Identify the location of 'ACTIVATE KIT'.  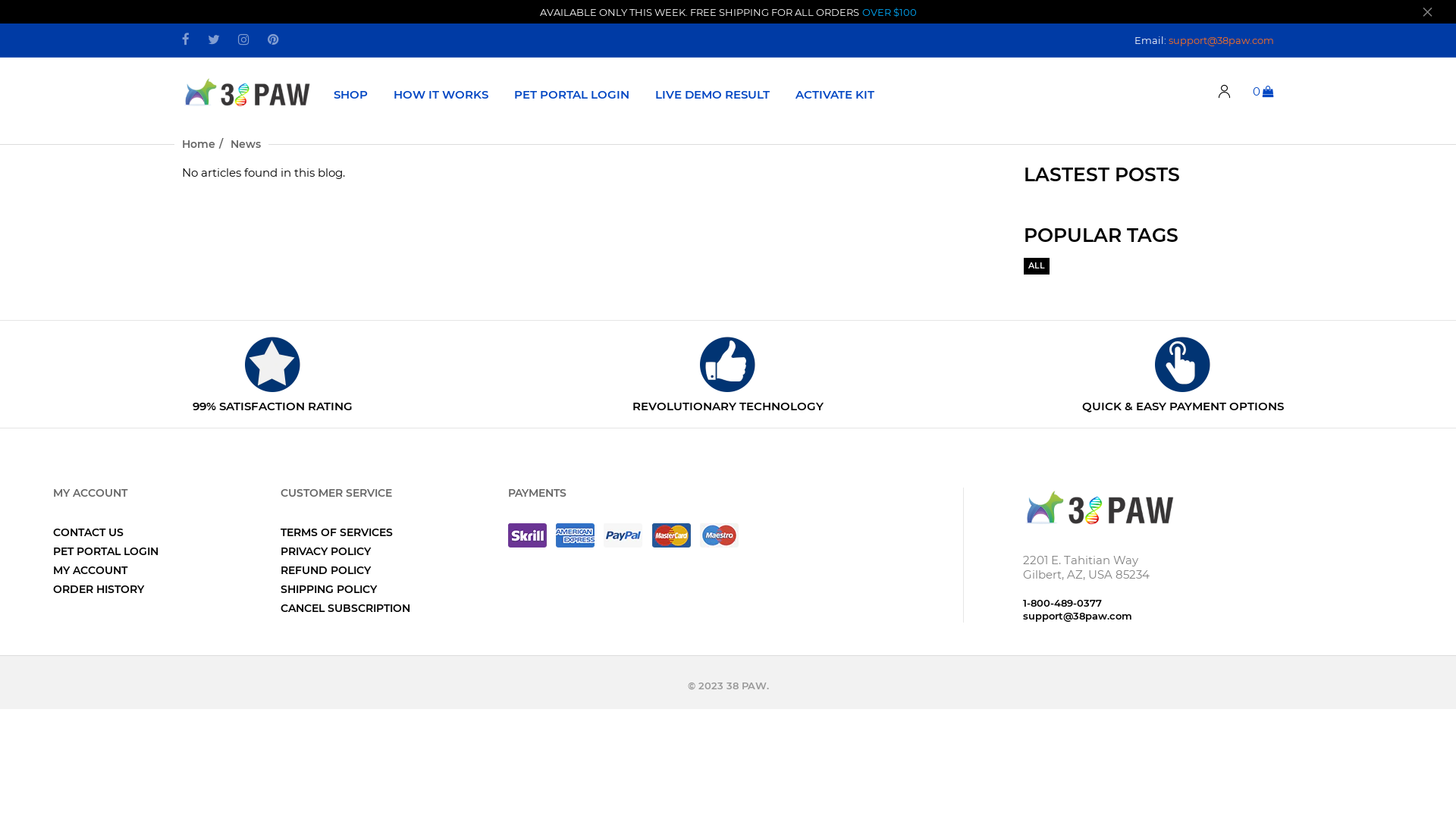
(833, 93).